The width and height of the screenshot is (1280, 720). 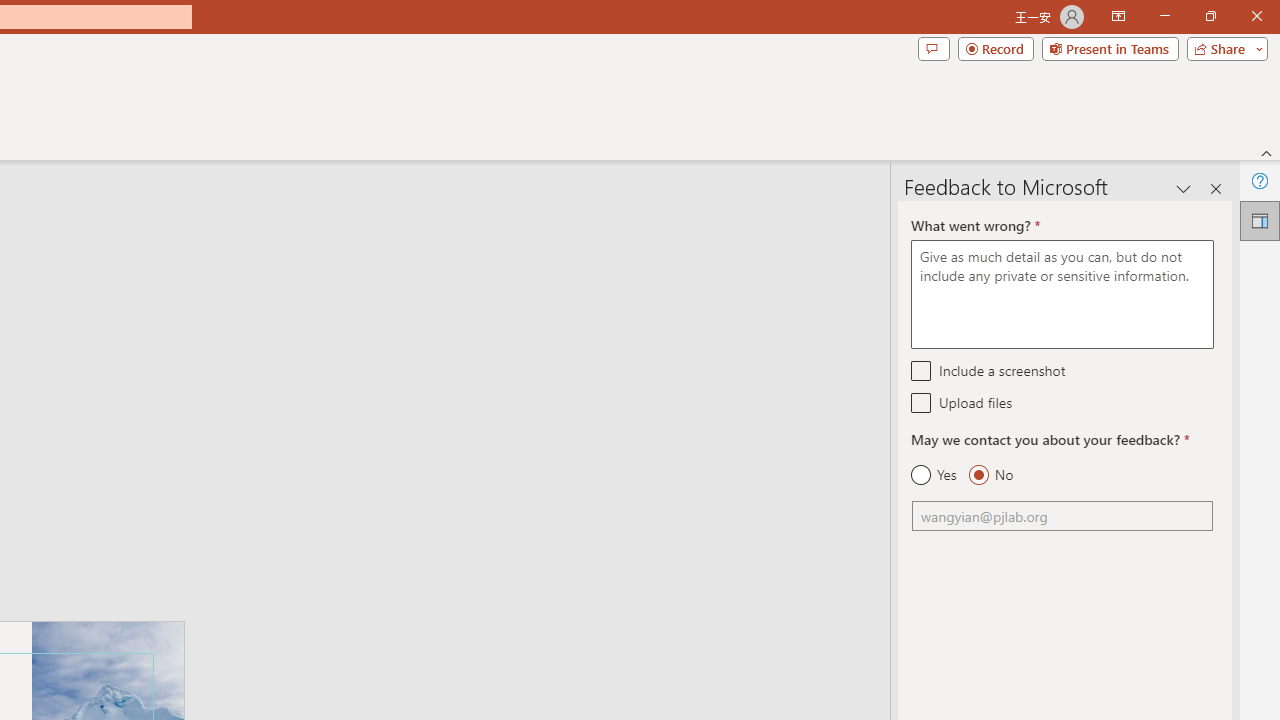 What do you see at coordinates (995, 47) in the screenshot?
I see `'Record'` at bounding box center [995, 47].